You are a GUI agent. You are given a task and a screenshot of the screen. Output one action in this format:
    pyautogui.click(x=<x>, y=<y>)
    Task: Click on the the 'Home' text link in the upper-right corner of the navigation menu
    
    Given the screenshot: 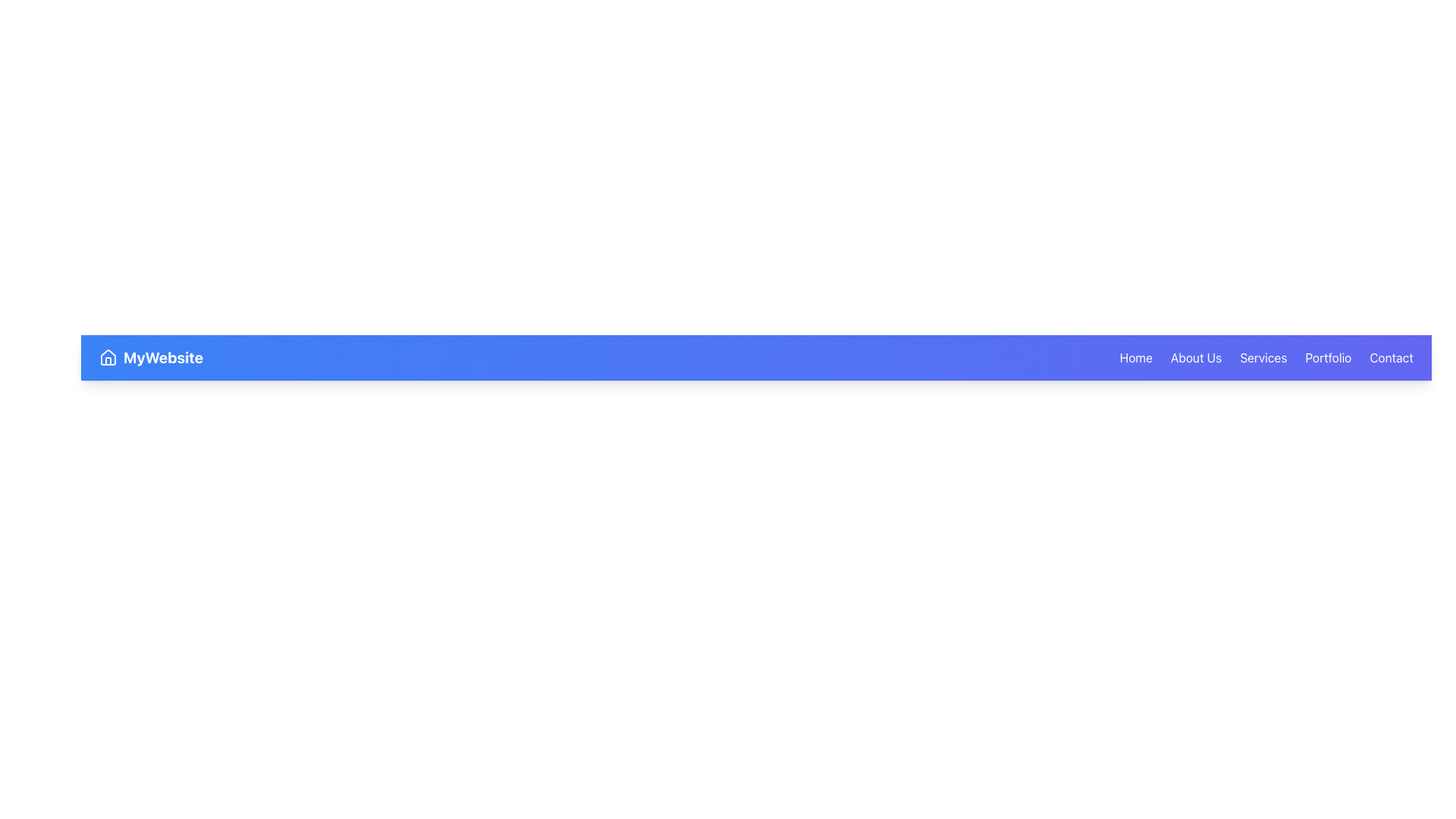 What is the action you would take?
    pyautogui.click(x=1136, y=357)
    